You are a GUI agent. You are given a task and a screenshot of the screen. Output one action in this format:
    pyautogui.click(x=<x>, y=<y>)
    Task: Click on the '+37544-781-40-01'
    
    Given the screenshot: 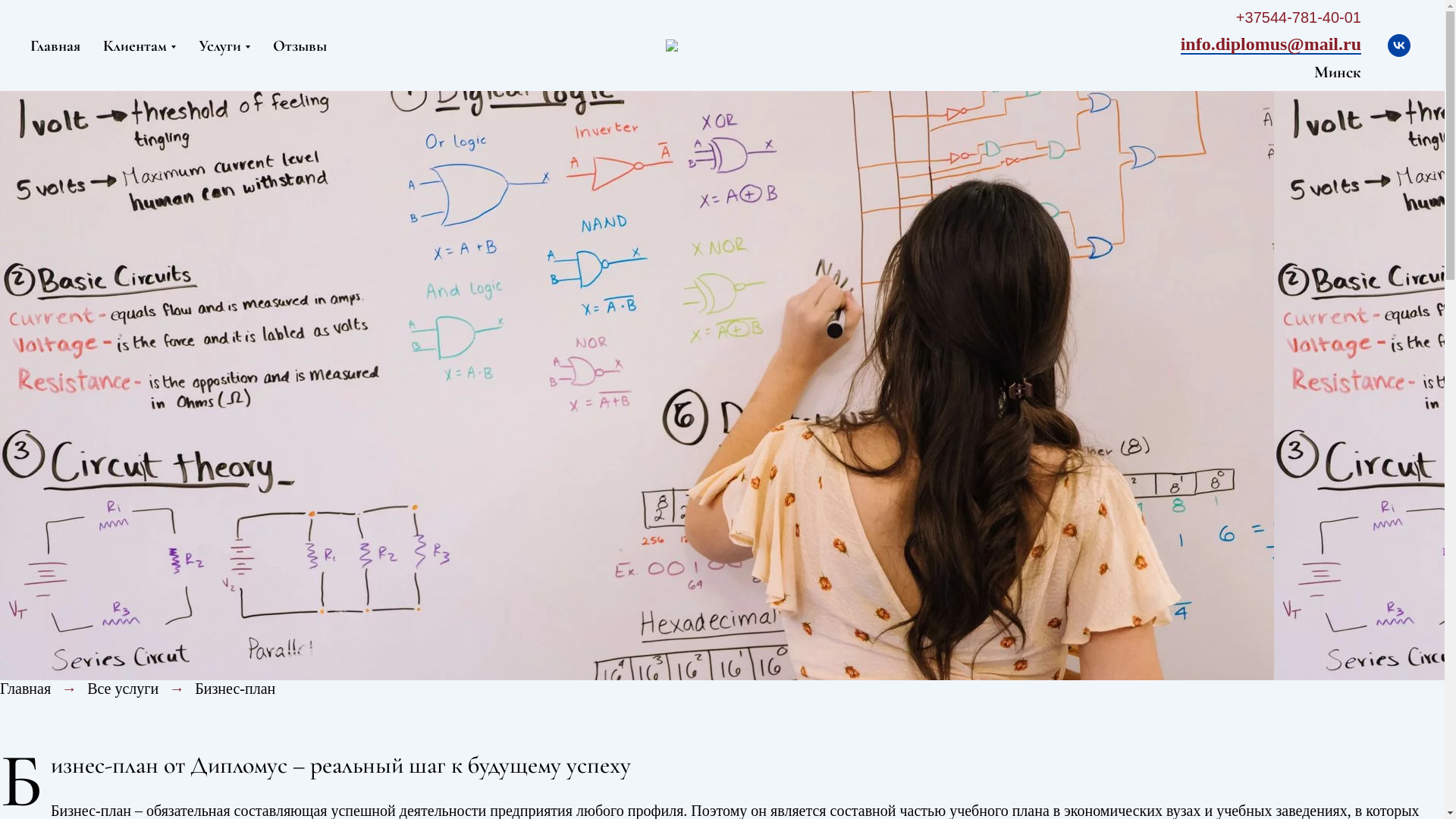 What is the action you would take?
    pyautogui.click(x=1298, y=19)
    